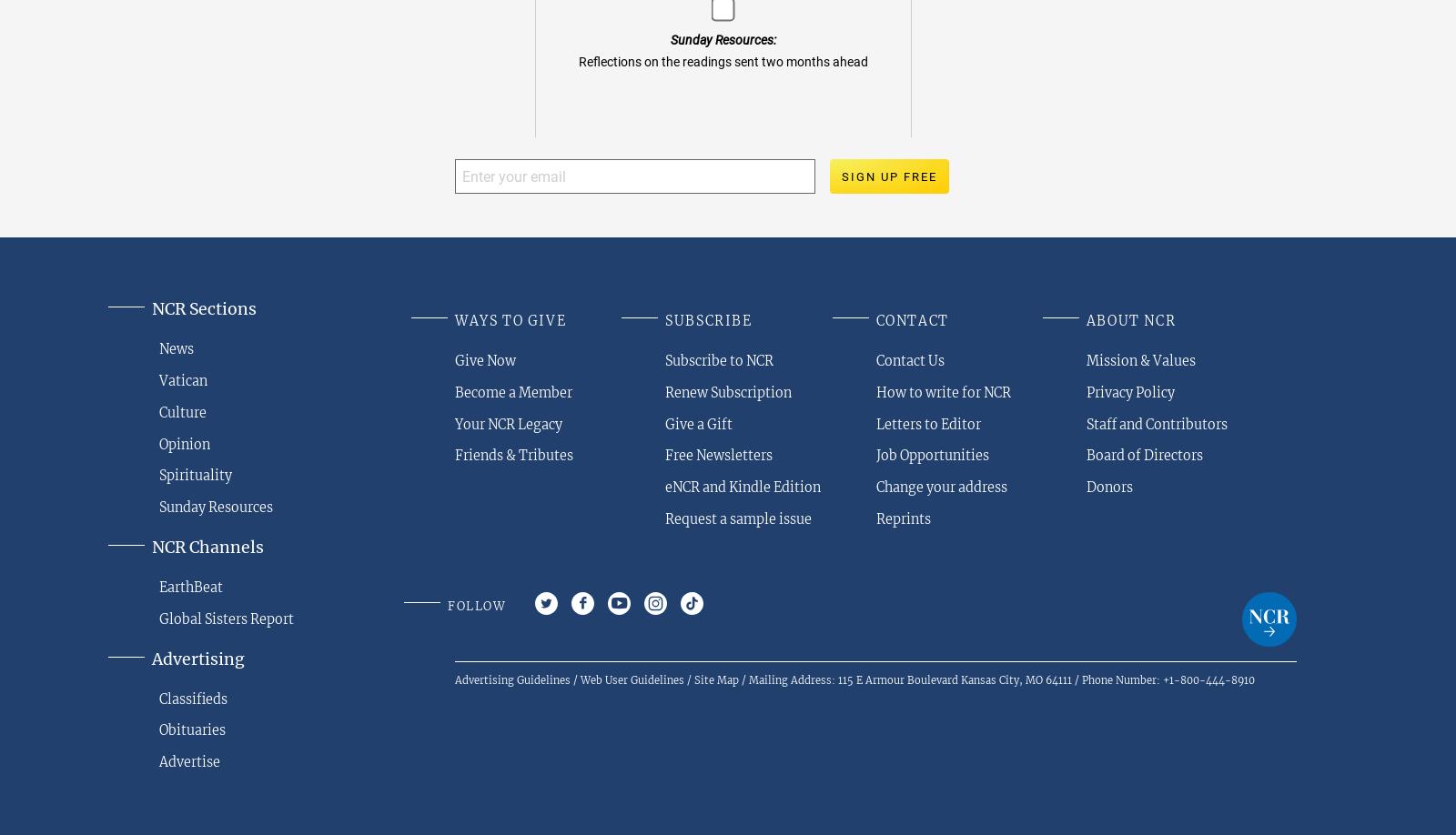  What do you see at coordinates (511, 679) in the screenshot?
I see `'Advertising Guidelines'` at bounding box center [511, 679].